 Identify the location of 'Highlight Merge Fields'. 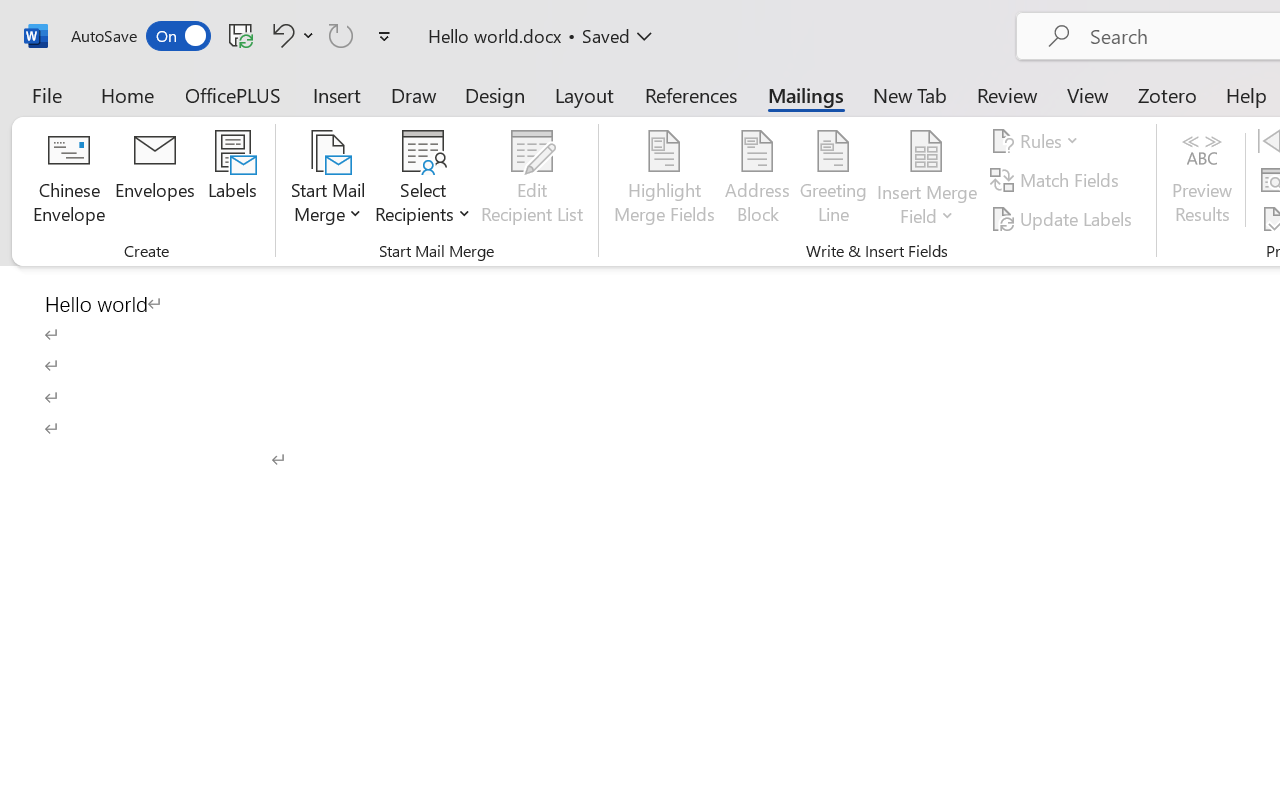
(664, 179).